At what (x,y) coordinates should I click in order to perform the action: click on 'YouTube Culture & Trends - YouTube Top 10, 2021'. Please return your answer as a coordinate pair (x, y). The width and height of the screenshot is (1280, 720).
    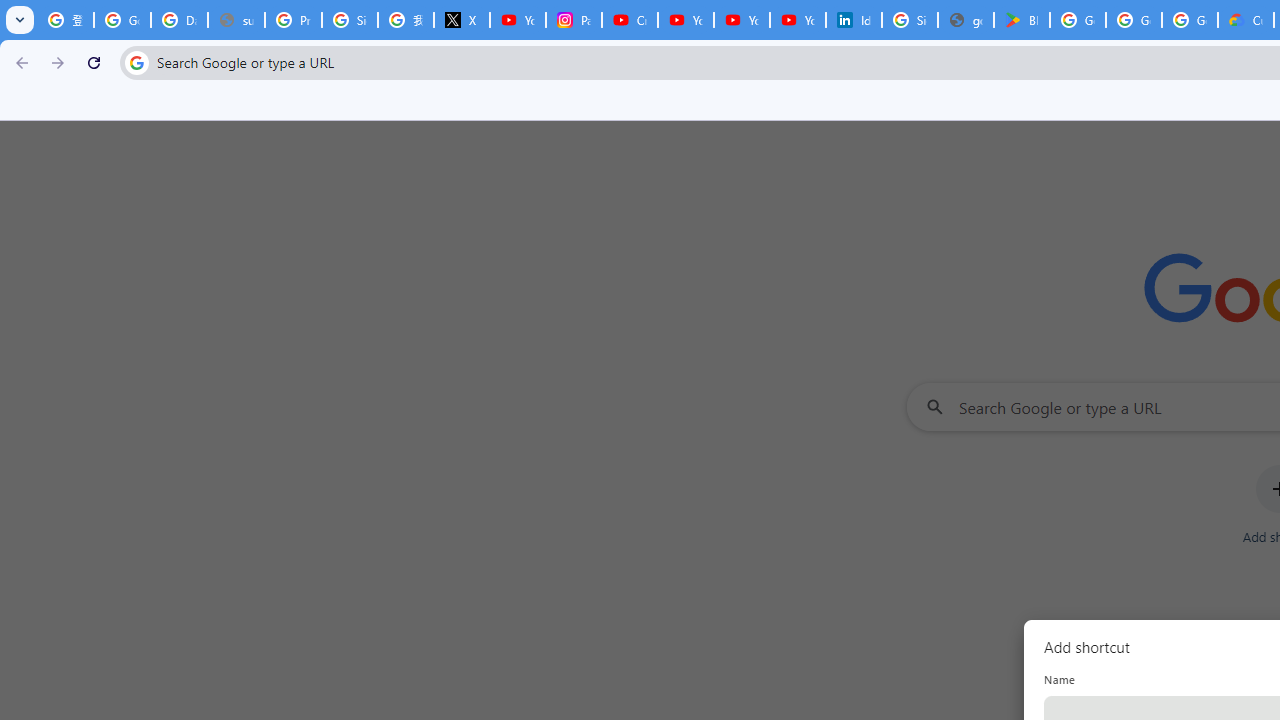
    Looking at the image, I should click on (741, 20).